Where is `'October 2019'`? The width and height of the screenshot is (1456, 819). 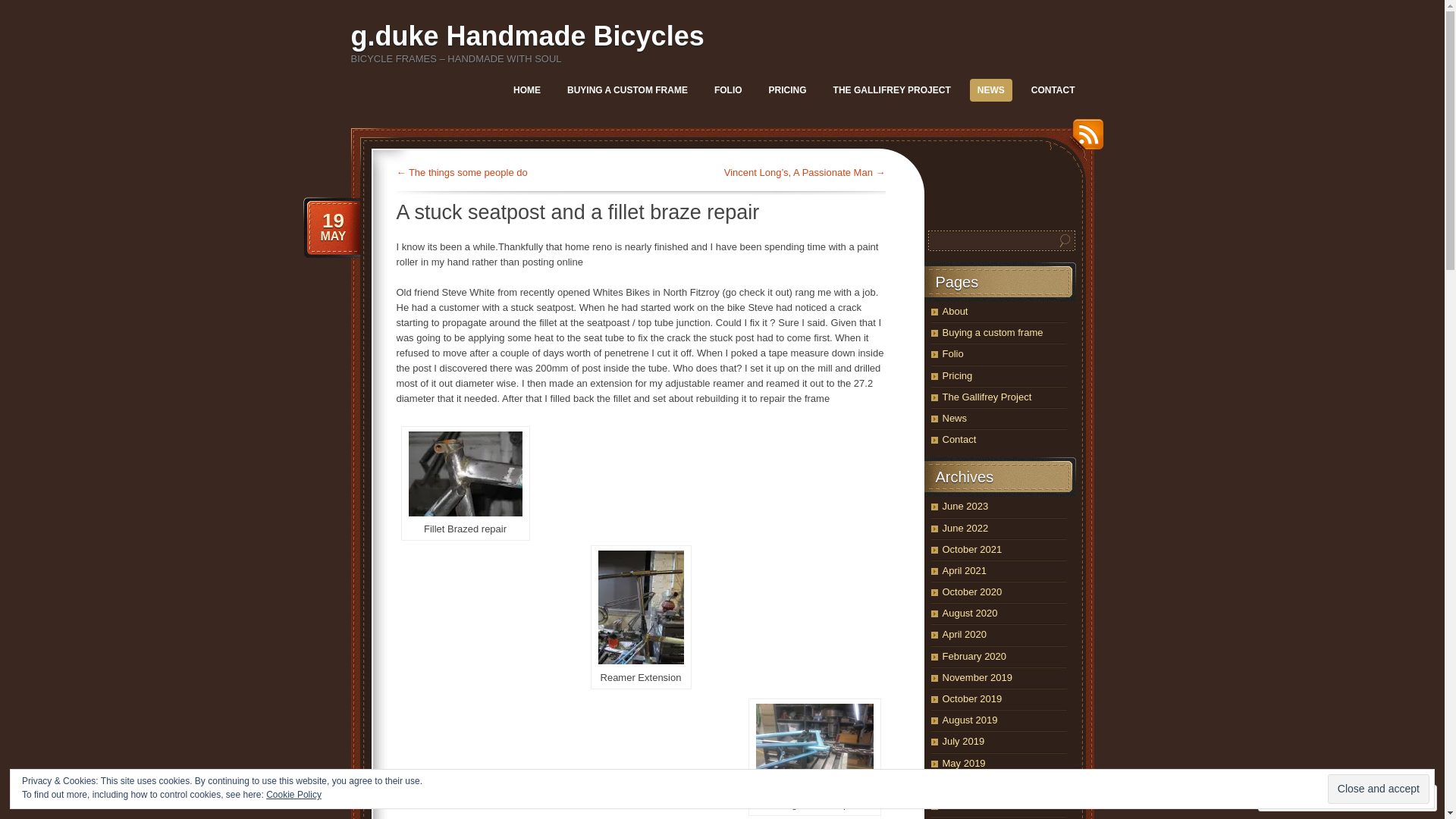 'October 2019' is located at coordinates (971, 698).